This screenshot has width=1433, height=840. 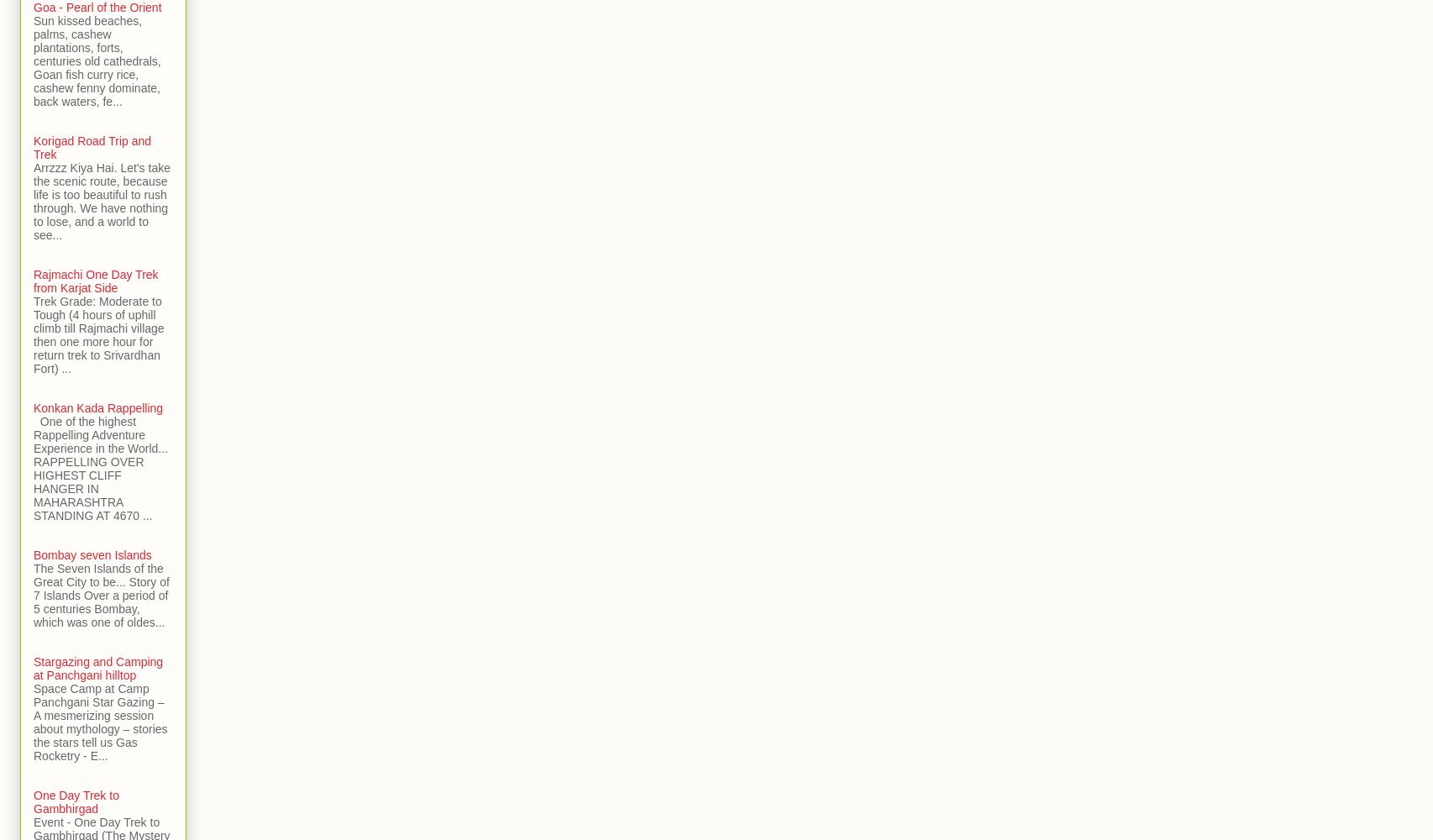 What do you see at coordinates (76, 801) in the screenshot?
I see `'One Day Trek to Gambhirgad'` at bounding box center [76, 801].